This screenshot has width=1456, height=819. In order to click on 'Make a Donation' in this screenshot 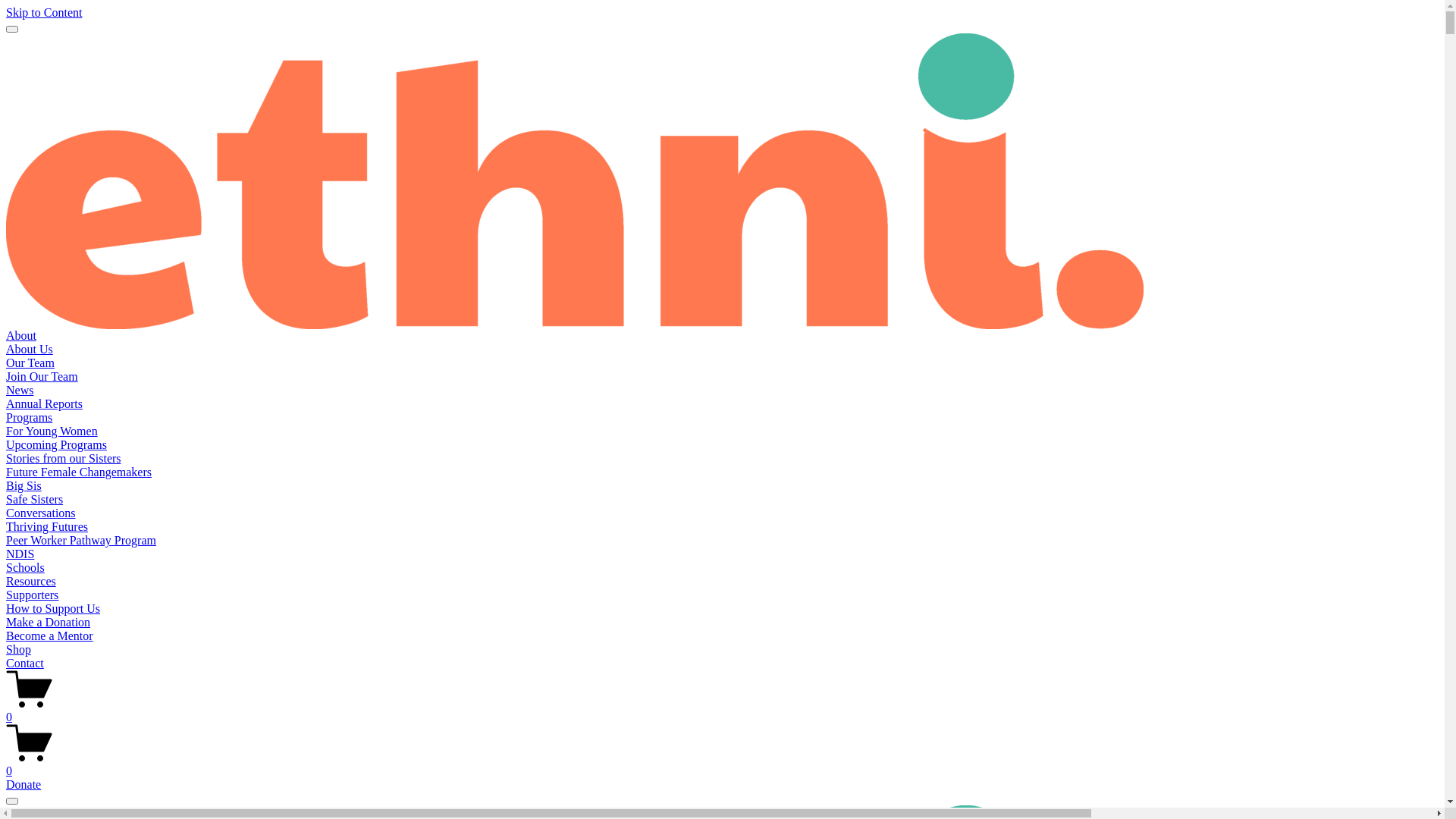, I will do `click(48, 622)`.